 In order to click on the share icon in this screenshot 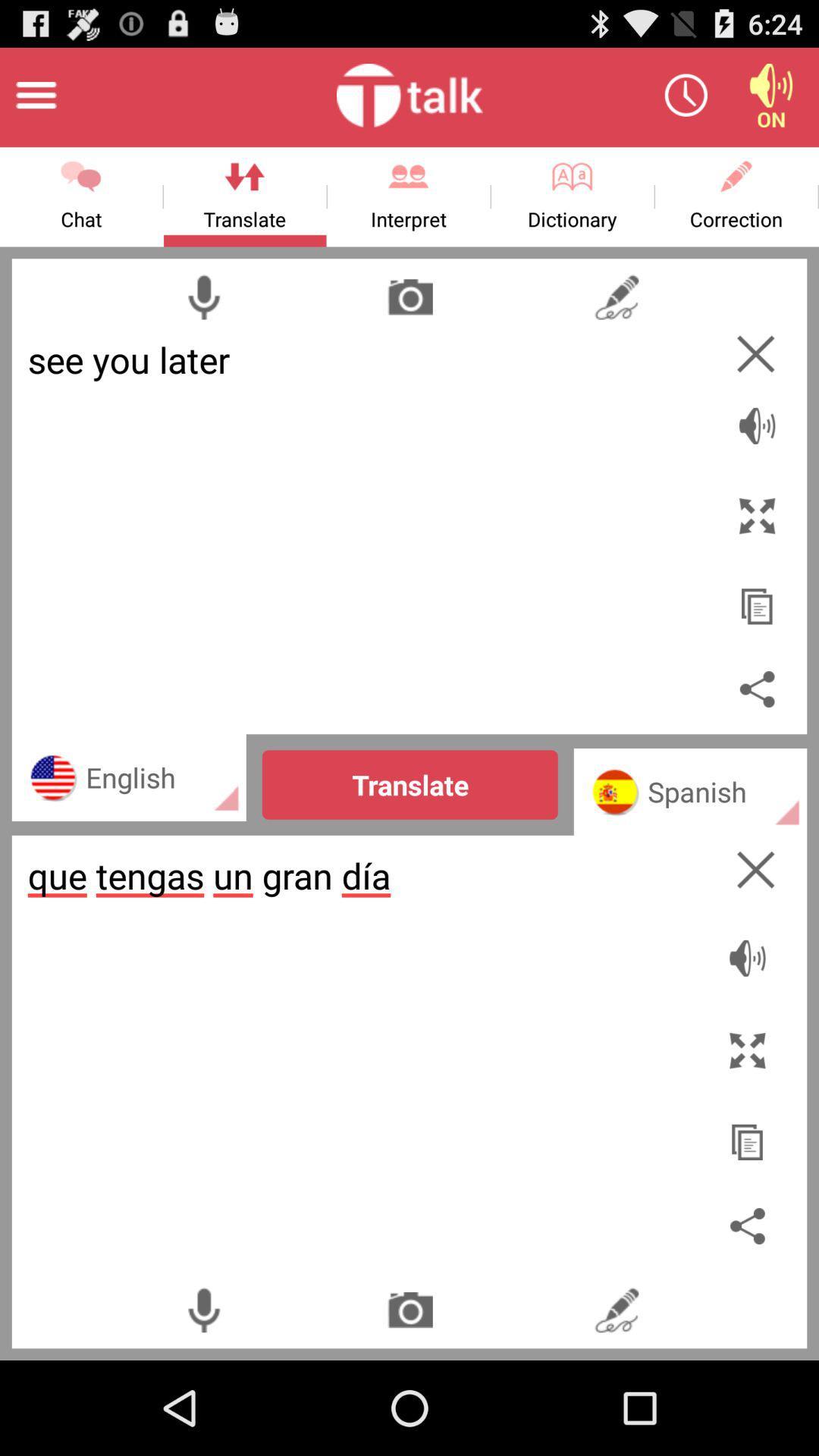, I will do `click(751, 1311)`.